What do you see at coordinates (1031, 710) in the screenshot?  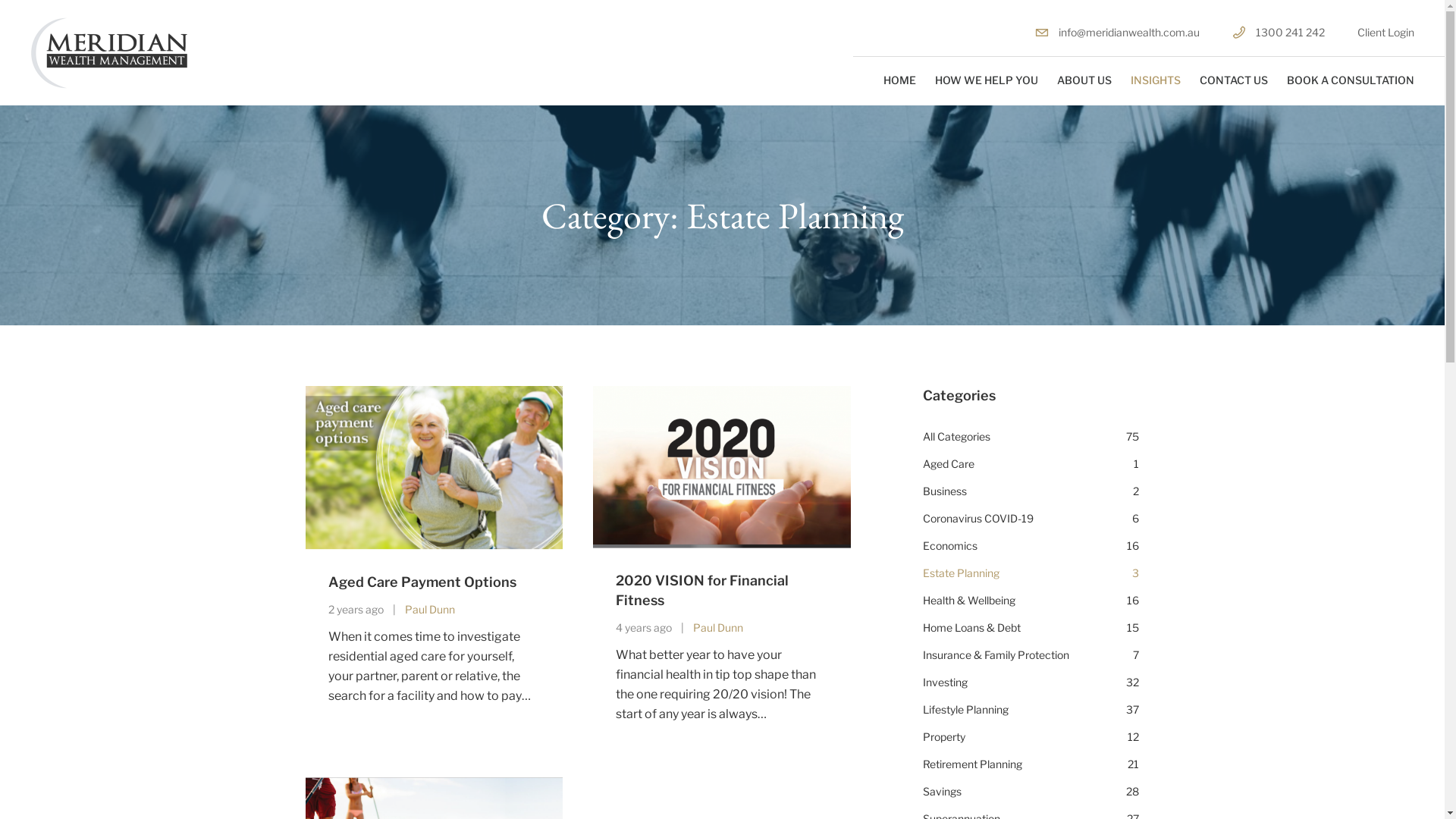 I see `'Lifestyle Planning` at bounding box center [1031, 710].